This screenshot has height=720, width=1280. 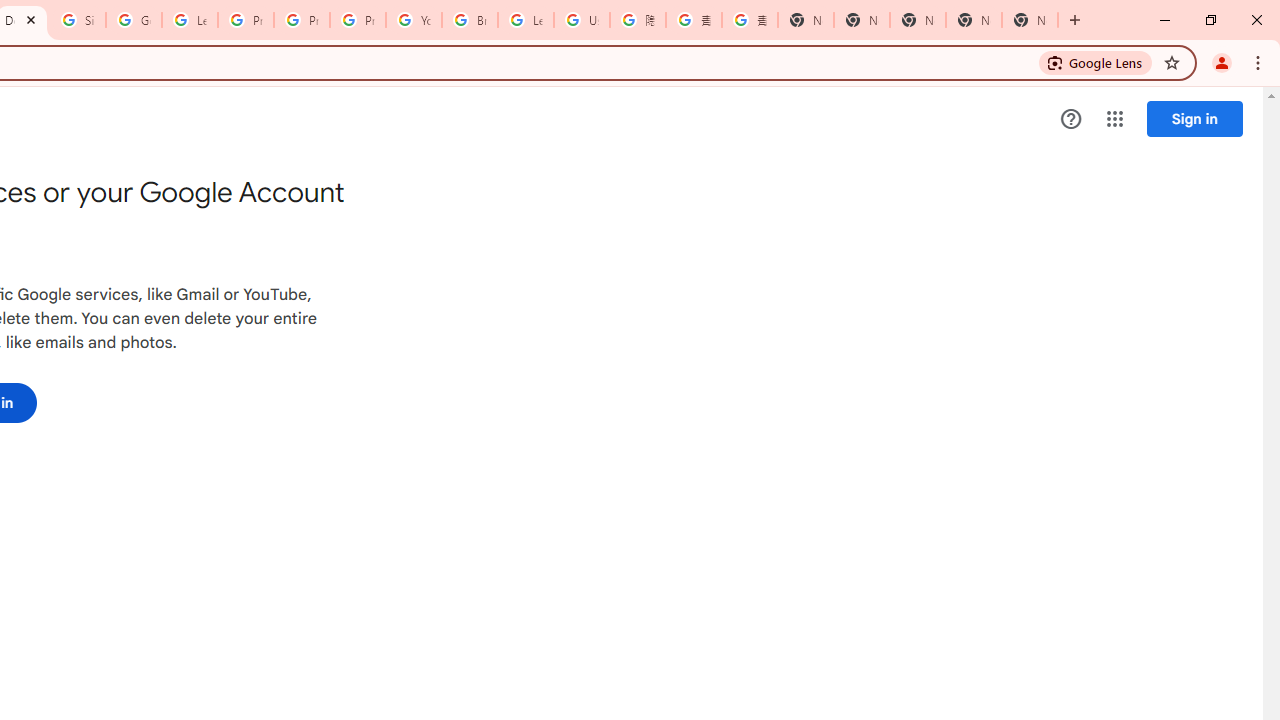 What do you see at coordinates (301, 20) in the screenshot?
I see `'Privacy Help Center - Policies Help'` at bounding box center [301, 20].